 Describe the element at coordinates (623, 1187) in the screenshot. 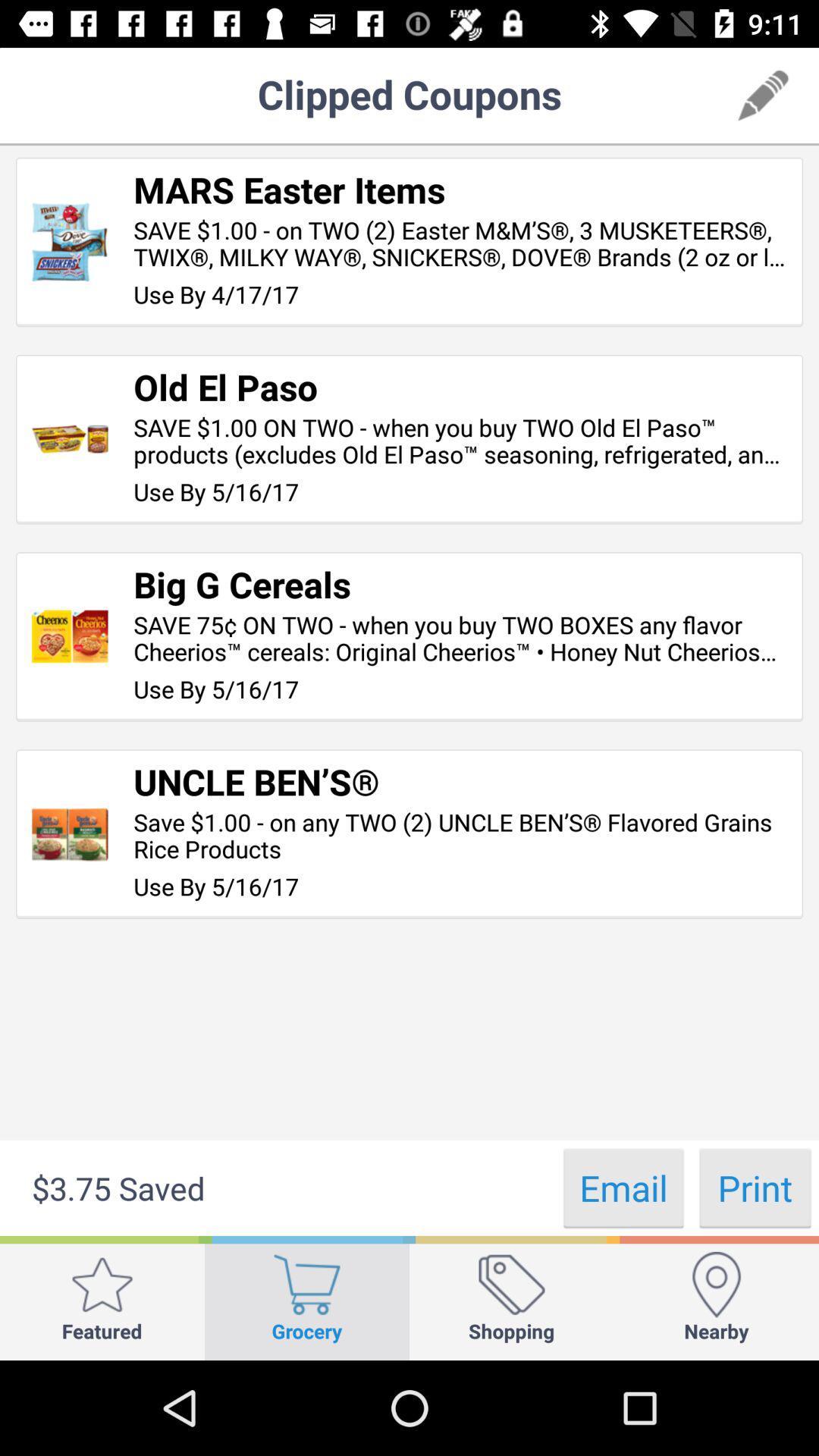

I see `item next to the print` at that location.